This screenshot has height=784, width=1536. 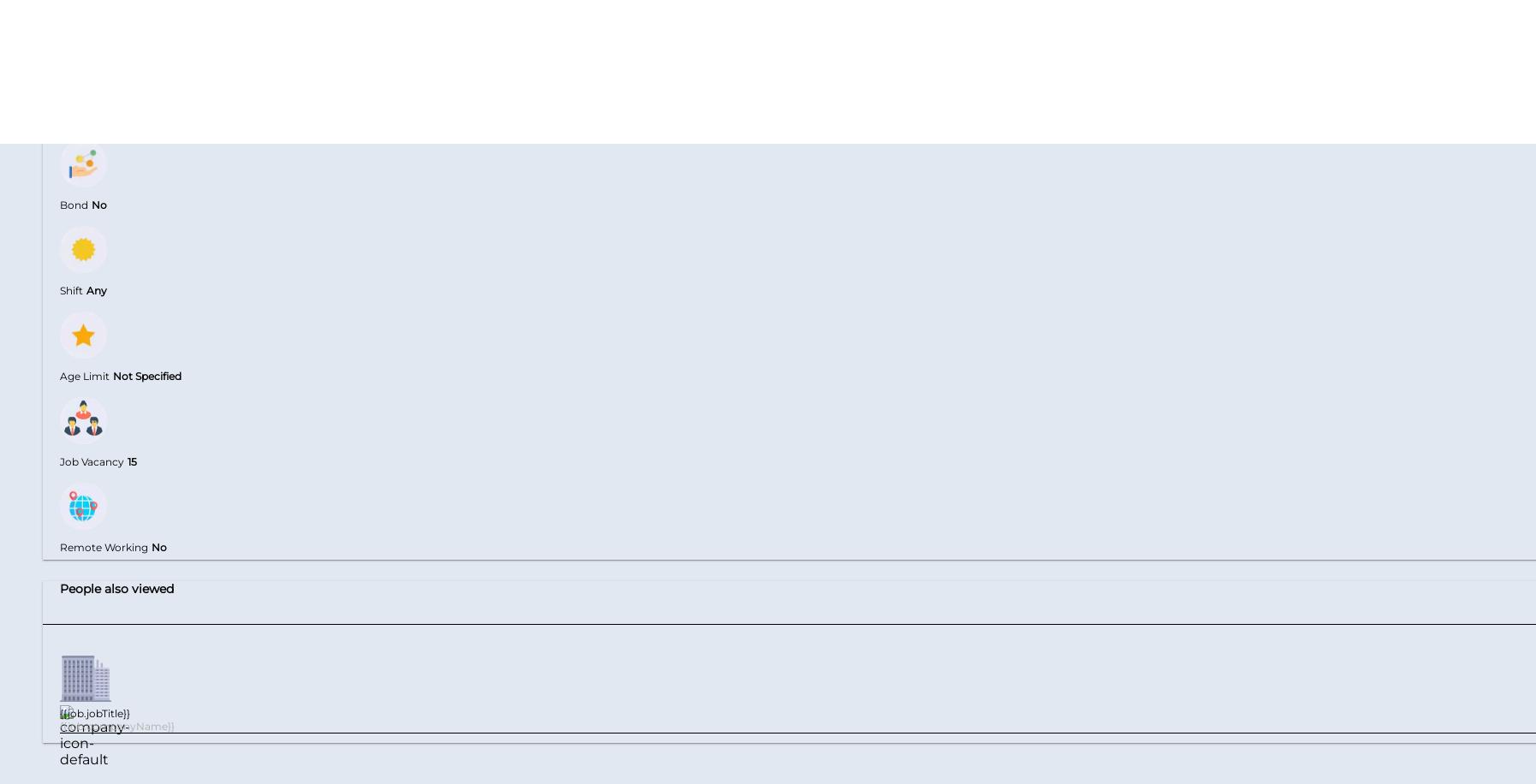 What do you see at coordinates (86, 118) in the screenshot?
I see `'Relocation'` at bounding box center [86, 118].